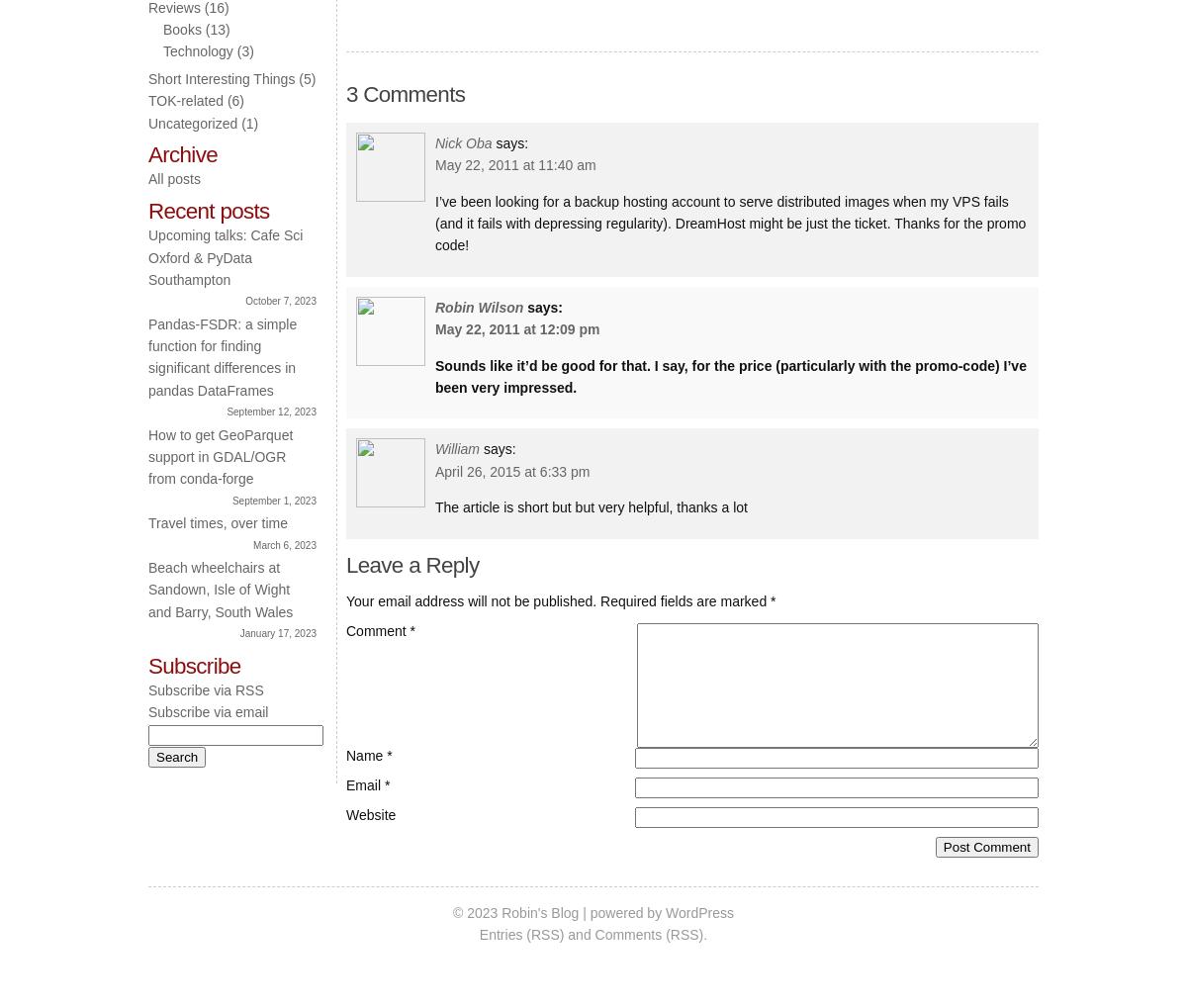  Describe the element at coordinates (148, 178) in the screenshot. I see `'All posts'` at that location.